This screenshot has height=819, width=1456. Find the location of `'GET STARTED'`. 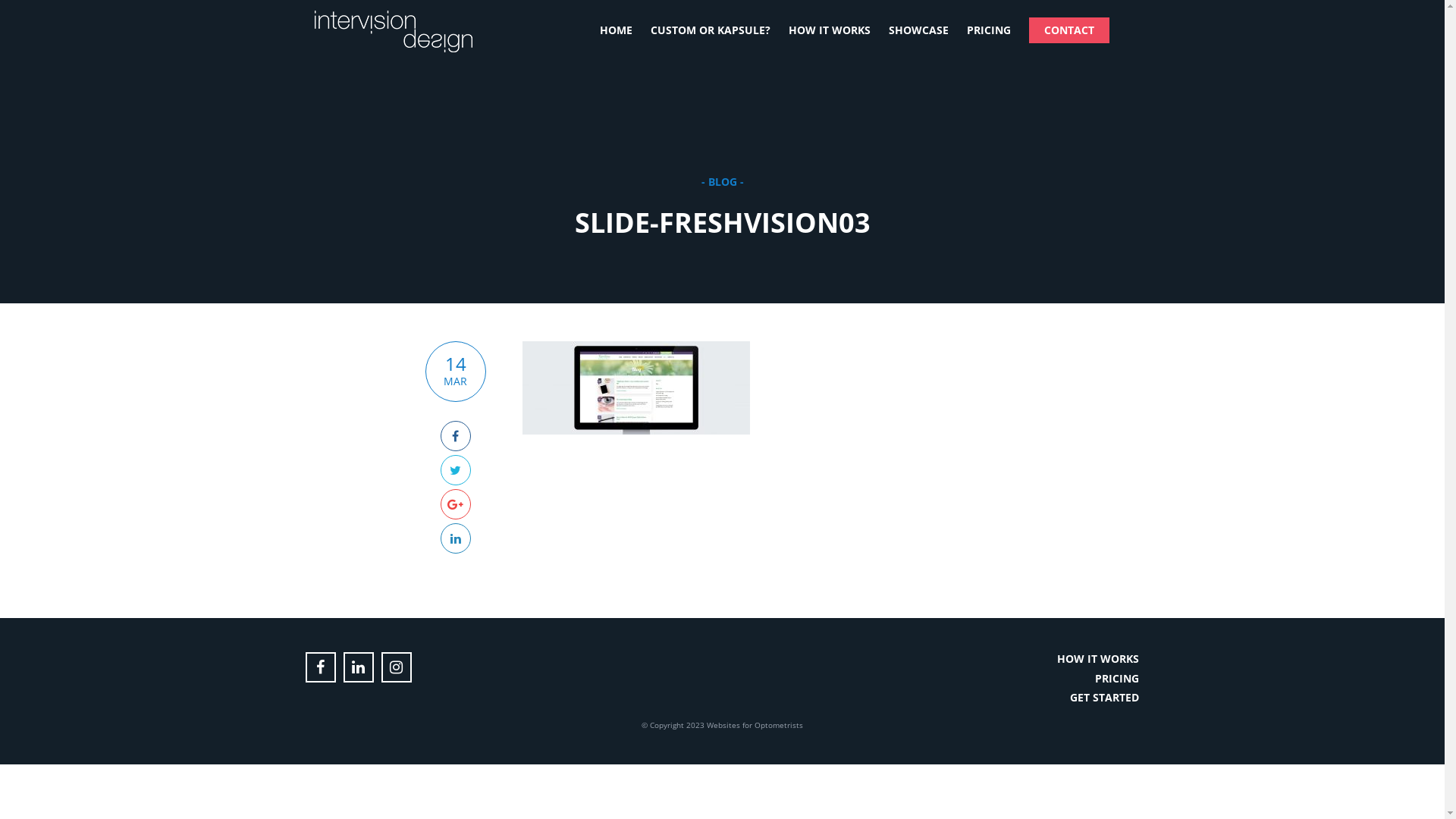

'GET STARTED' is located at coordinates (1104, 697).